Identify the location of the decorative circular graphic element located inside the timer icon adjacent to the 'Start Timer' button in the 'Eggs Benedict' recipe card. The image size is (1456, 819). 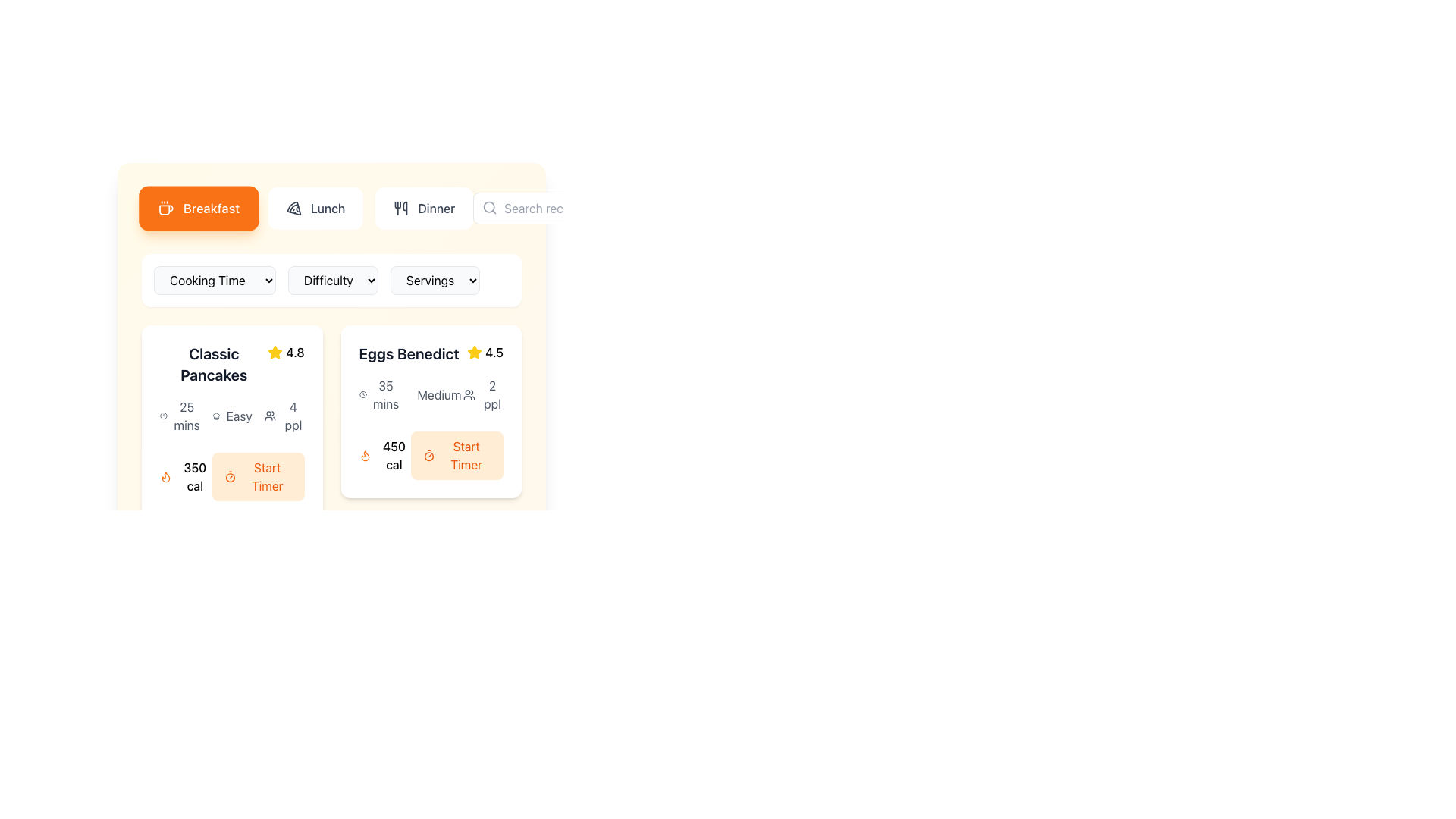
(229, 478).